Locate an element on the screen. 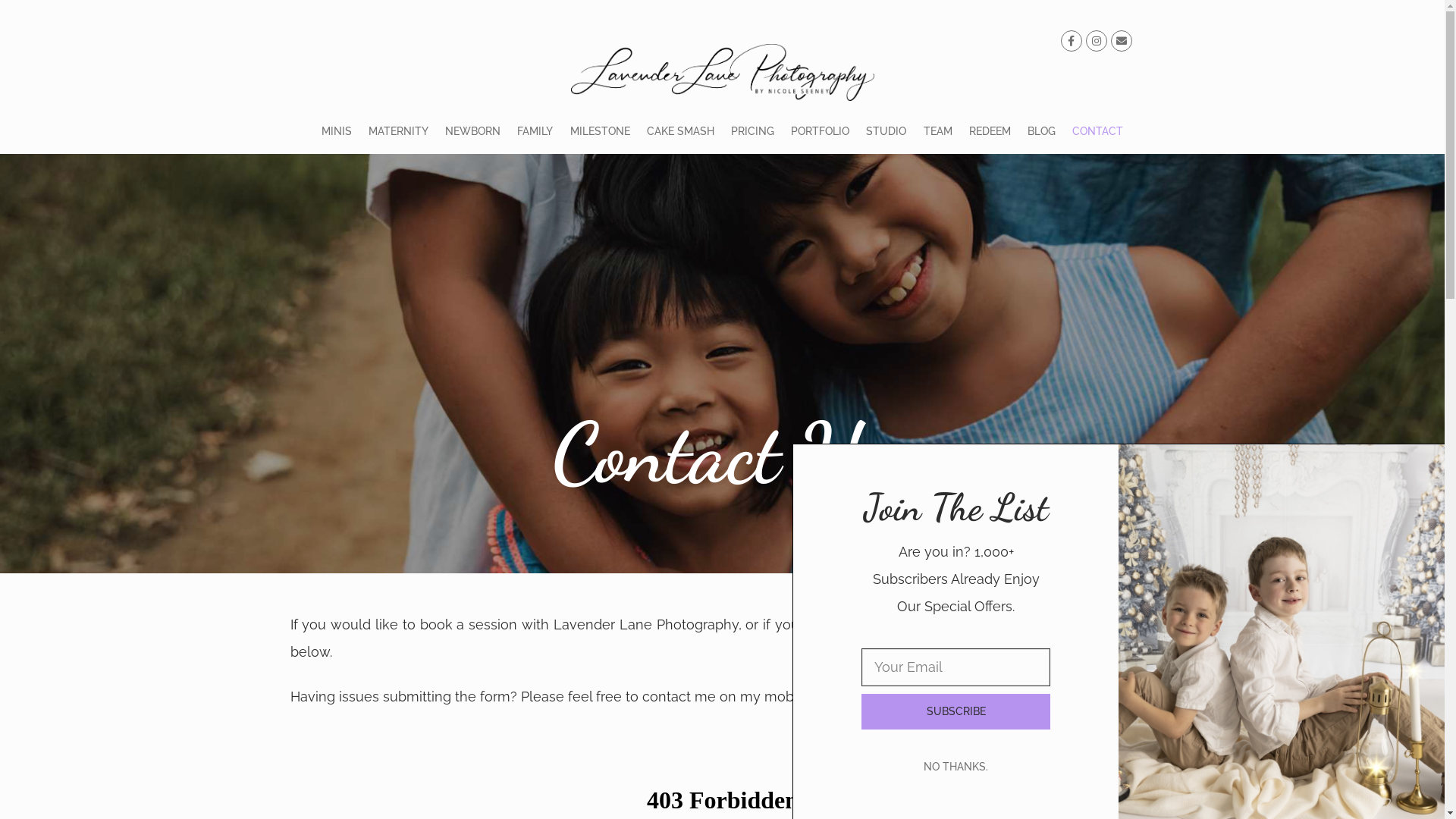 This screenshot has height=819, width=1456. 'MILESTONE' is located at coordinates (598, 130).